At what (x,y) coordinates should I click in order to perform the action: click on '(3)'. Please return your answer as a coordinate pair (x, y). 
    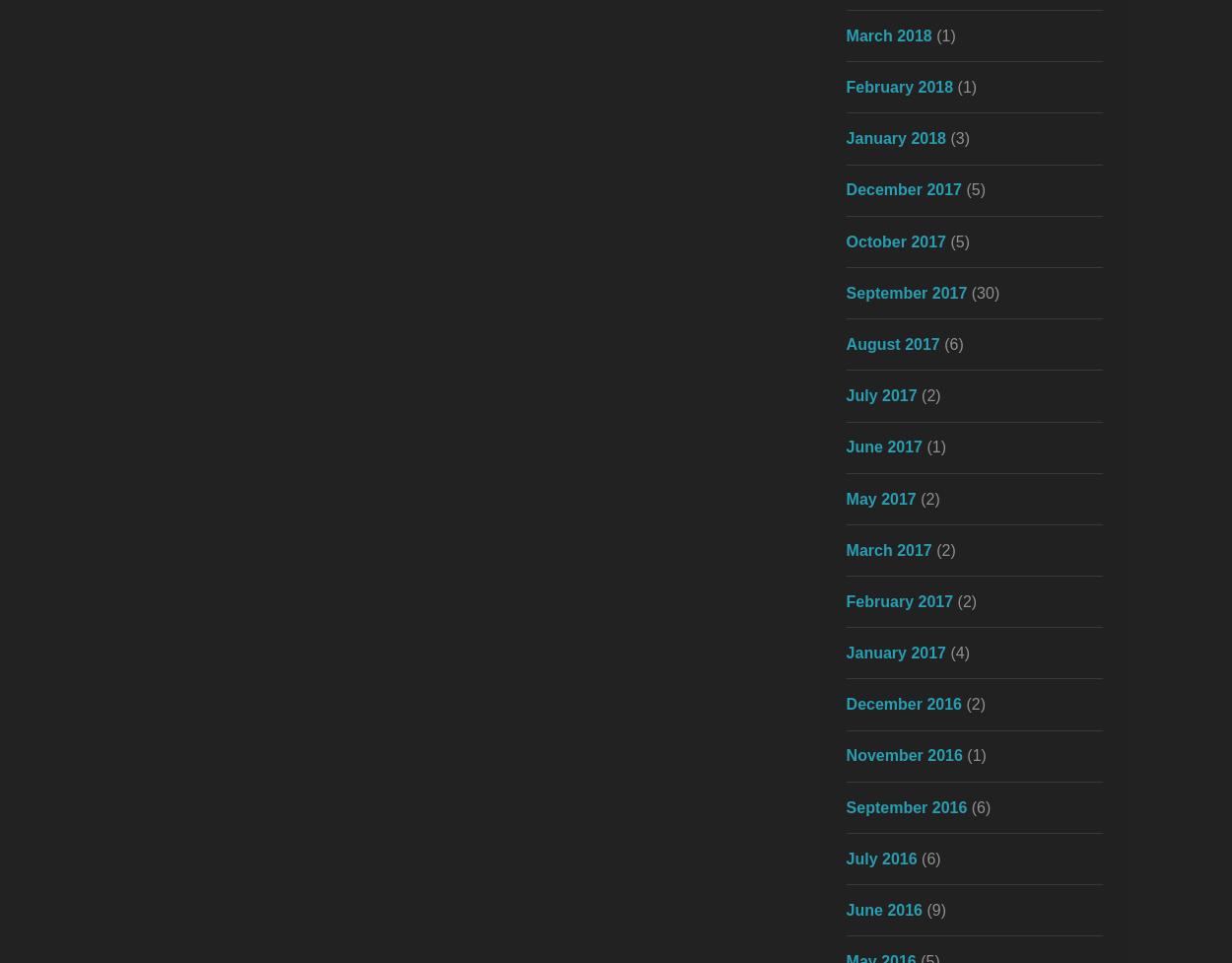
    Looking at the image, I should click on (957, 138).